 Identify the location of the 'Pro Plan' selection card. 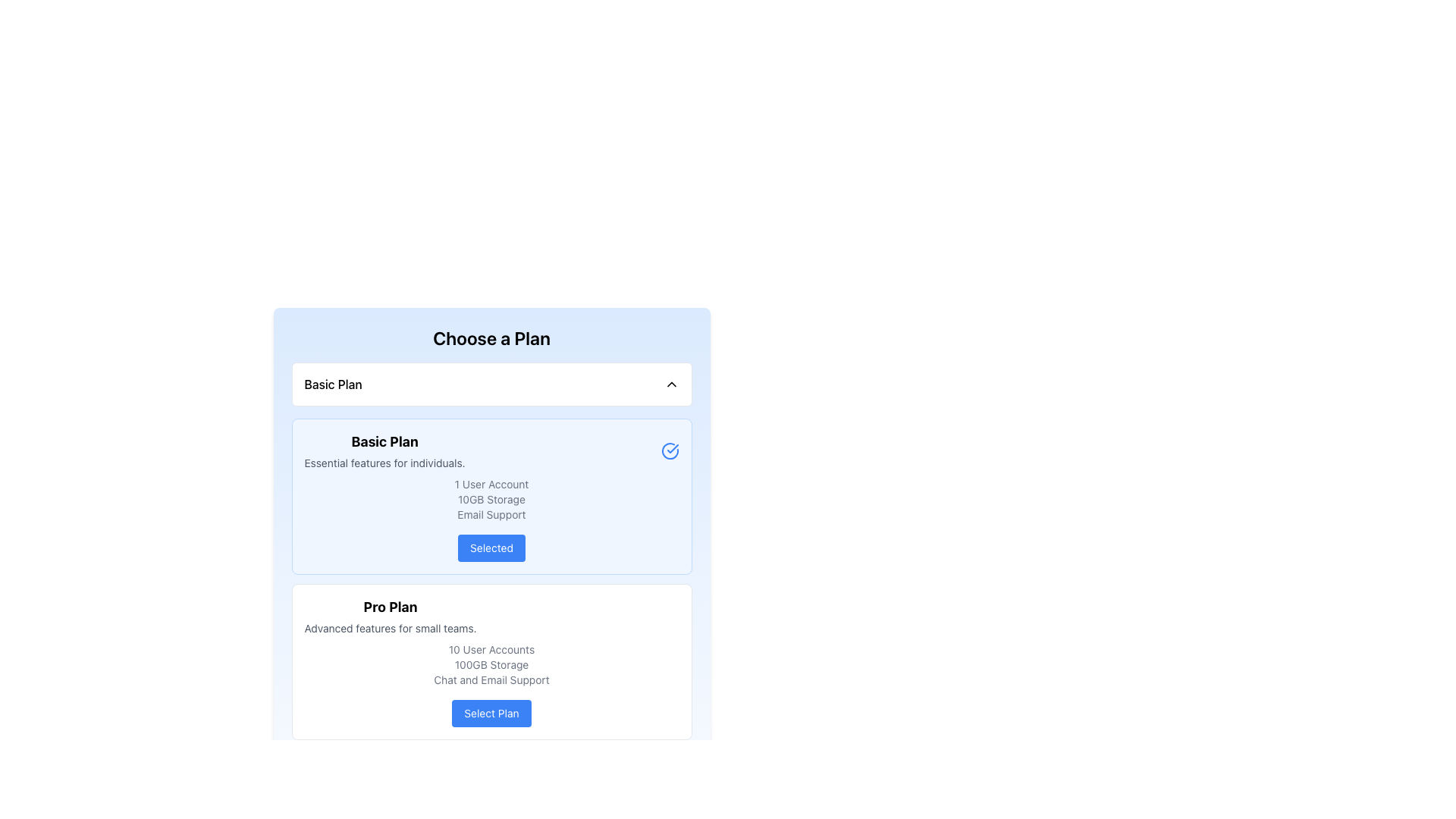
(491, 661).